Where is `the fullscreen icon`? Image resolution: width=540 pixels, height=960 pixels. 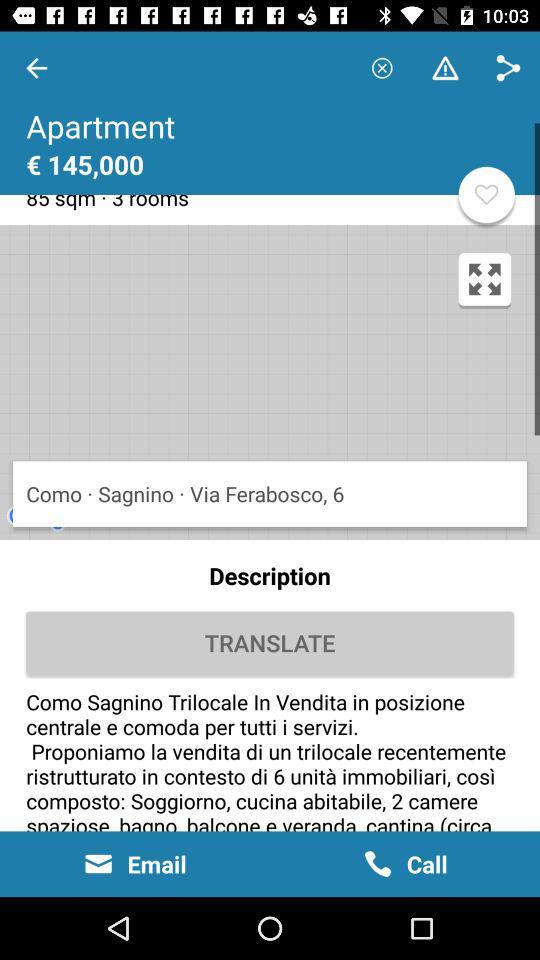 the fullscreen icon is located at coordinates (483, 278).